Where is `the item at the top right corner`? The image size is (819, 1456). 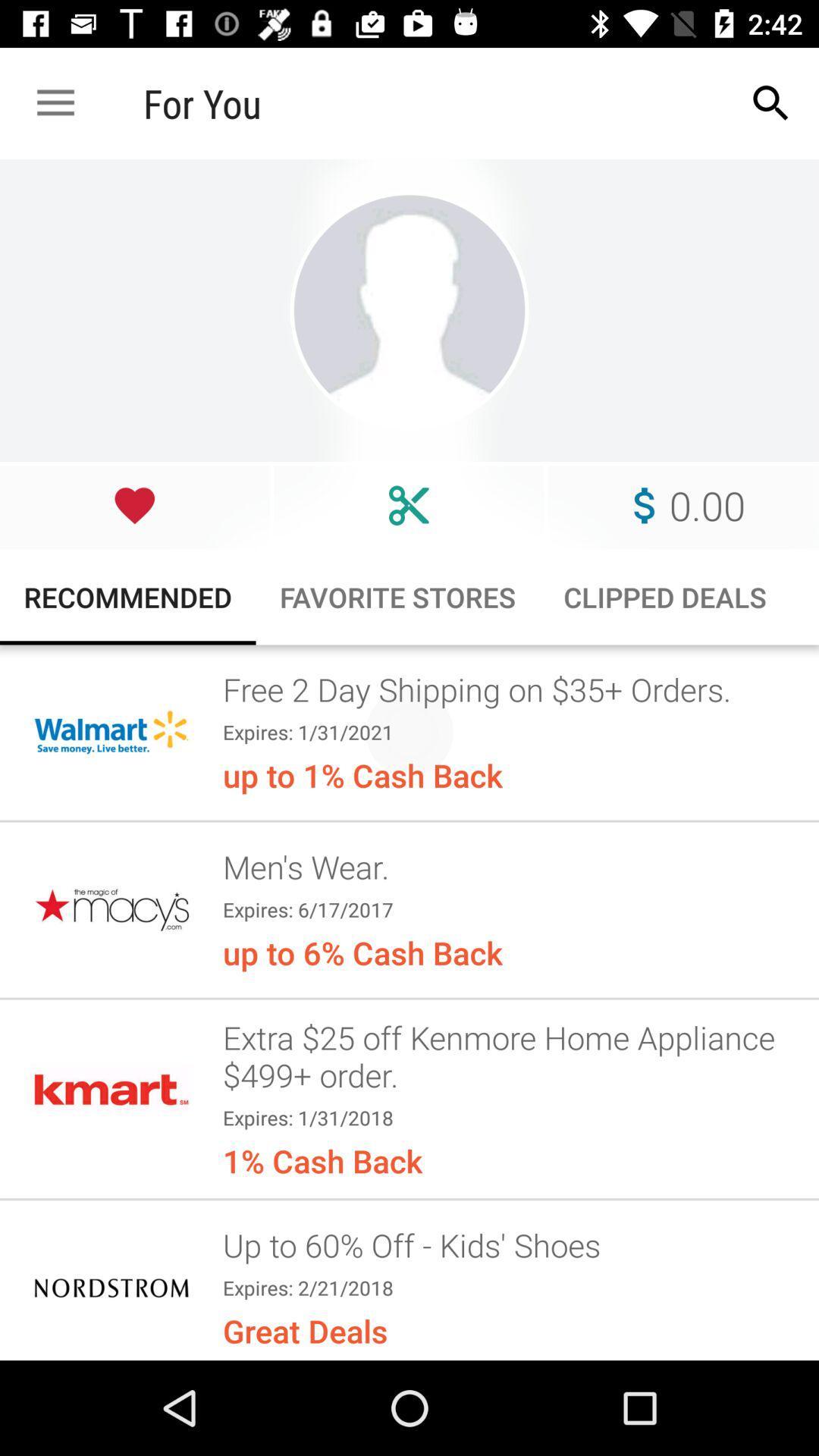
the item at the top right corner is located at coordinates (771, 102).